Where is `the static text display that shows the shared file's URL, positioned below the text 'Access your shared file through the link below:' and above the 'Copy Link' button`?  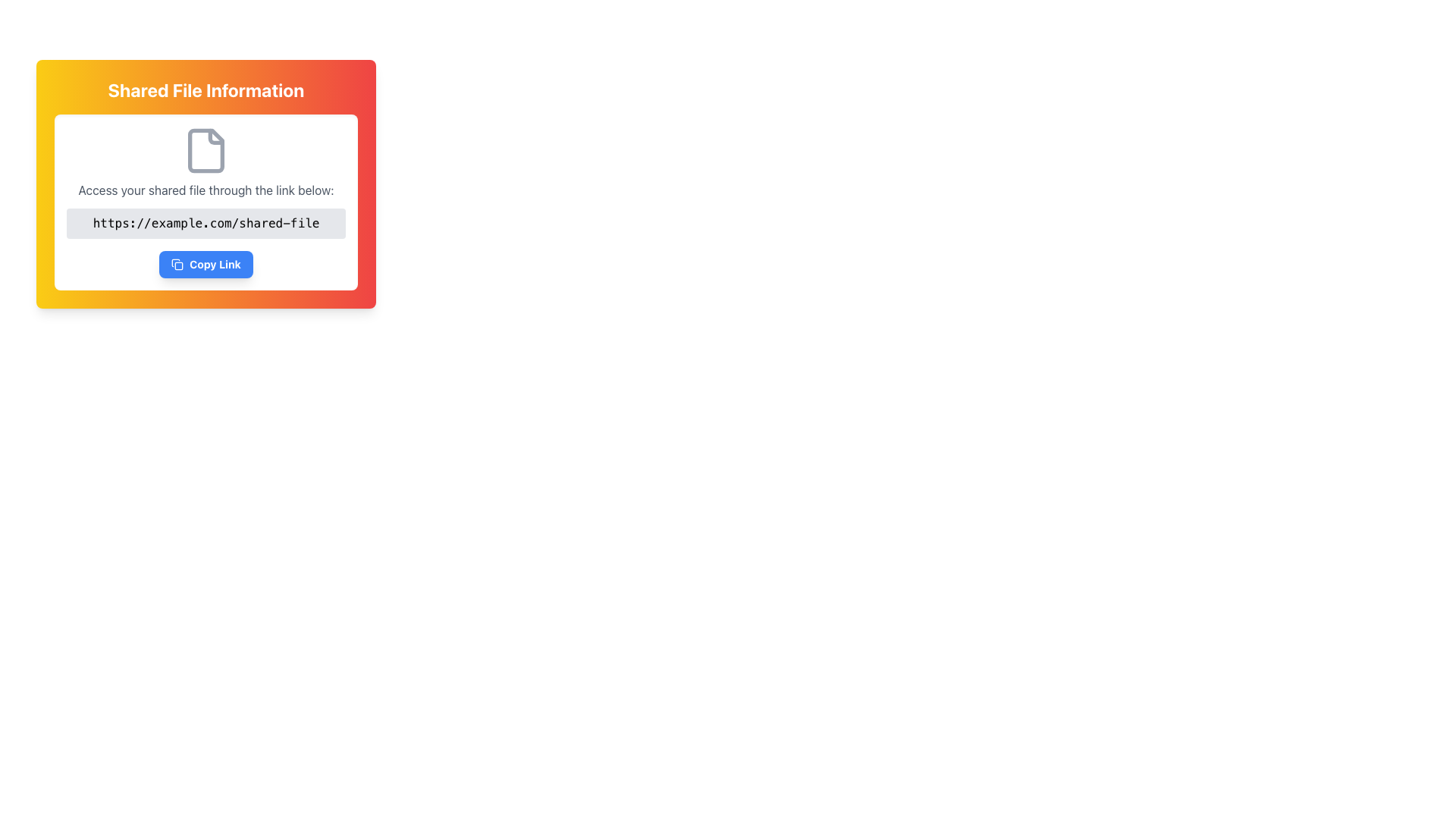 the static text display that shows the shared file's URL, positioned below the text 'Access your shared file through the link below:' and above the 'Copy Link' button is located at coordinates (206, 223).